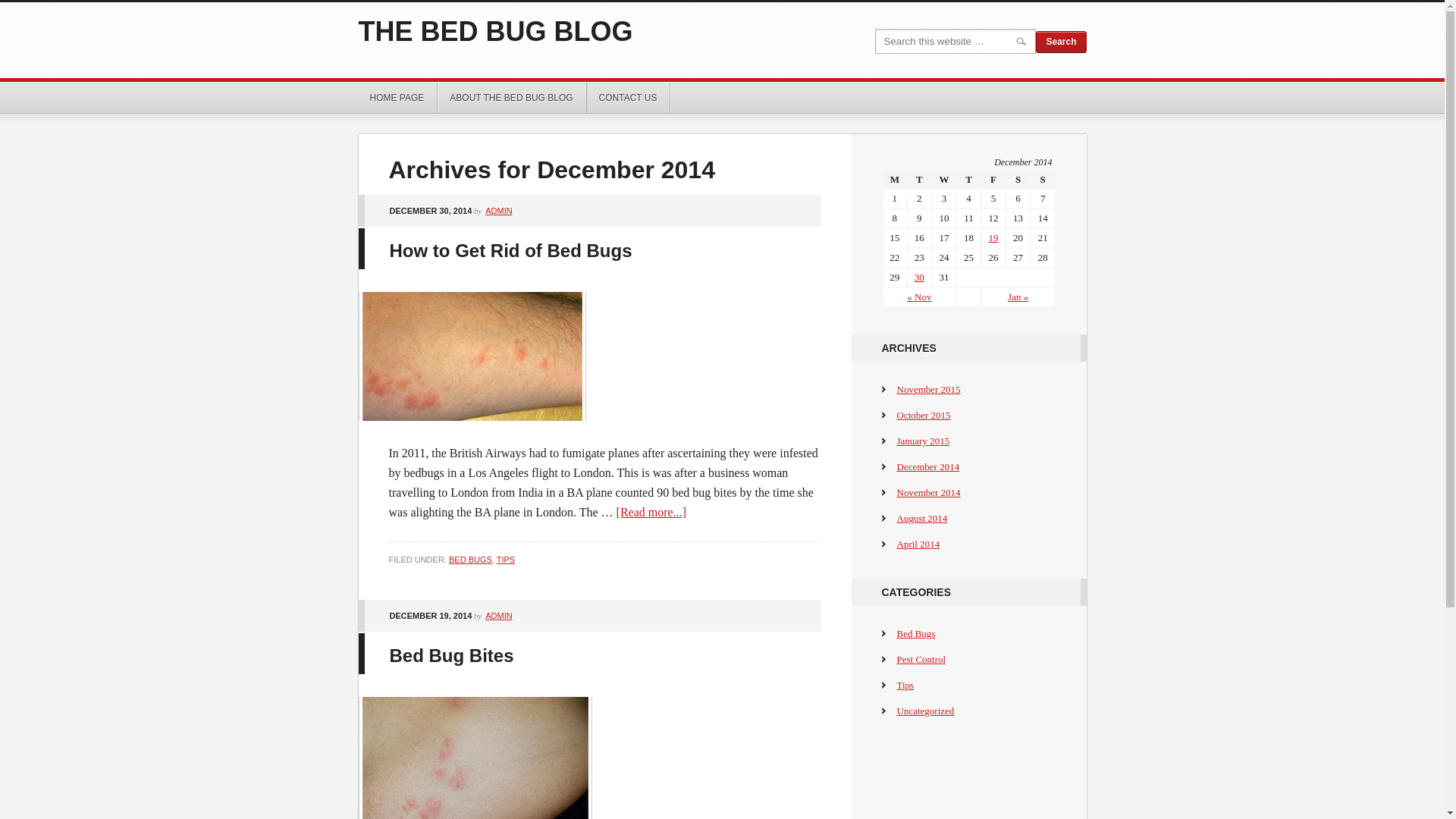 The image size is (1456, 819). I want to click on 'CONTACT US', so click(629, 97).